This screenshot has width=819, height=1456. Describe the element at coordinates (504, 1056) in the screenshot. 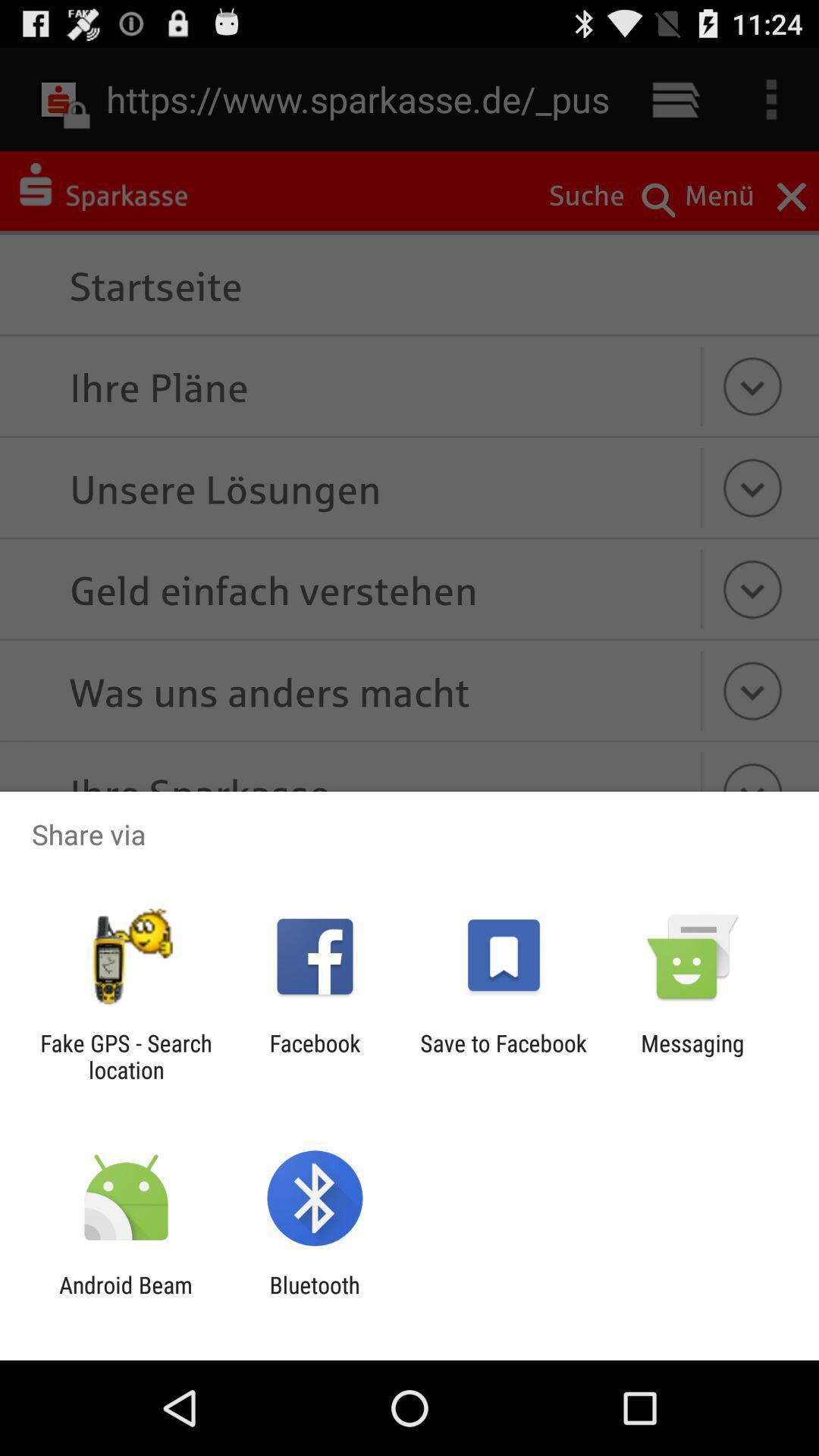

I see `save to facebook` at that location.